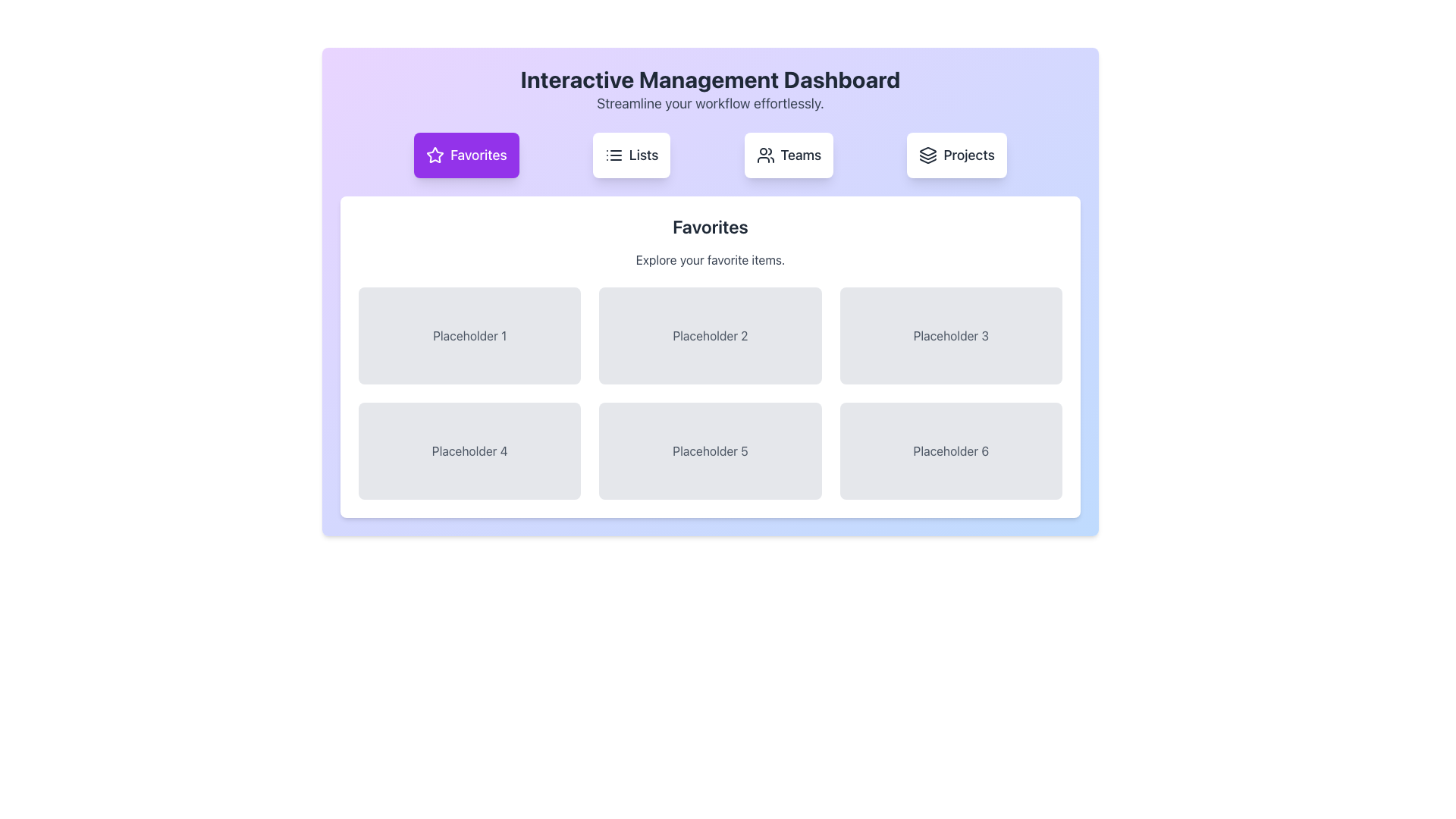 The height and width of the screenshot is (819, 1456). I want to click on the static text element that indicates the title or label of the associated card in the 'Favorites' section, centrally located within the top-left card, so click(469, 335).